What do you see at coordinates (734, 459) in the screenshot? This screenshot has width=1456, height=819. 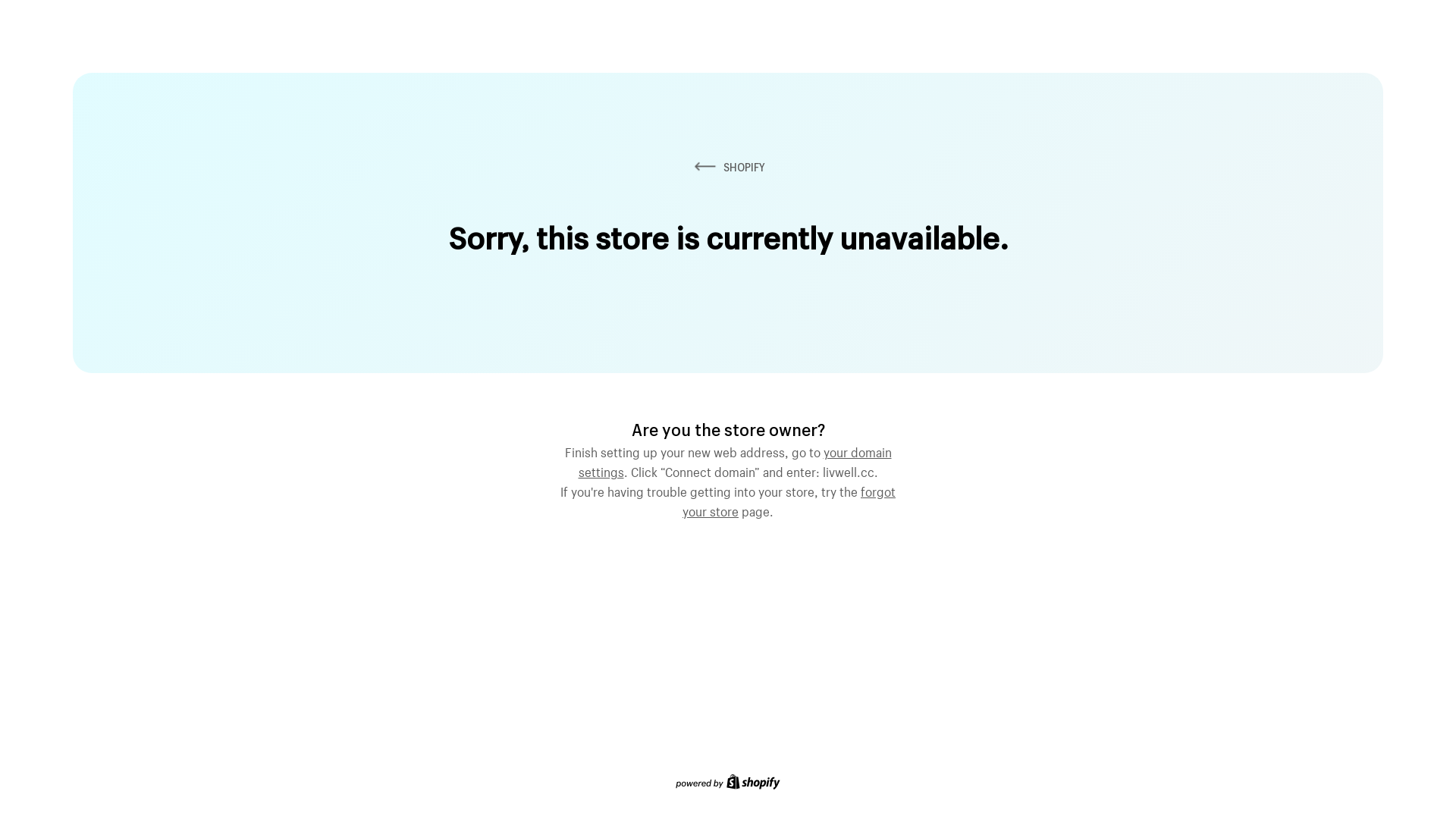 I see `'your domain settings'` at bounding box center [734, 459].